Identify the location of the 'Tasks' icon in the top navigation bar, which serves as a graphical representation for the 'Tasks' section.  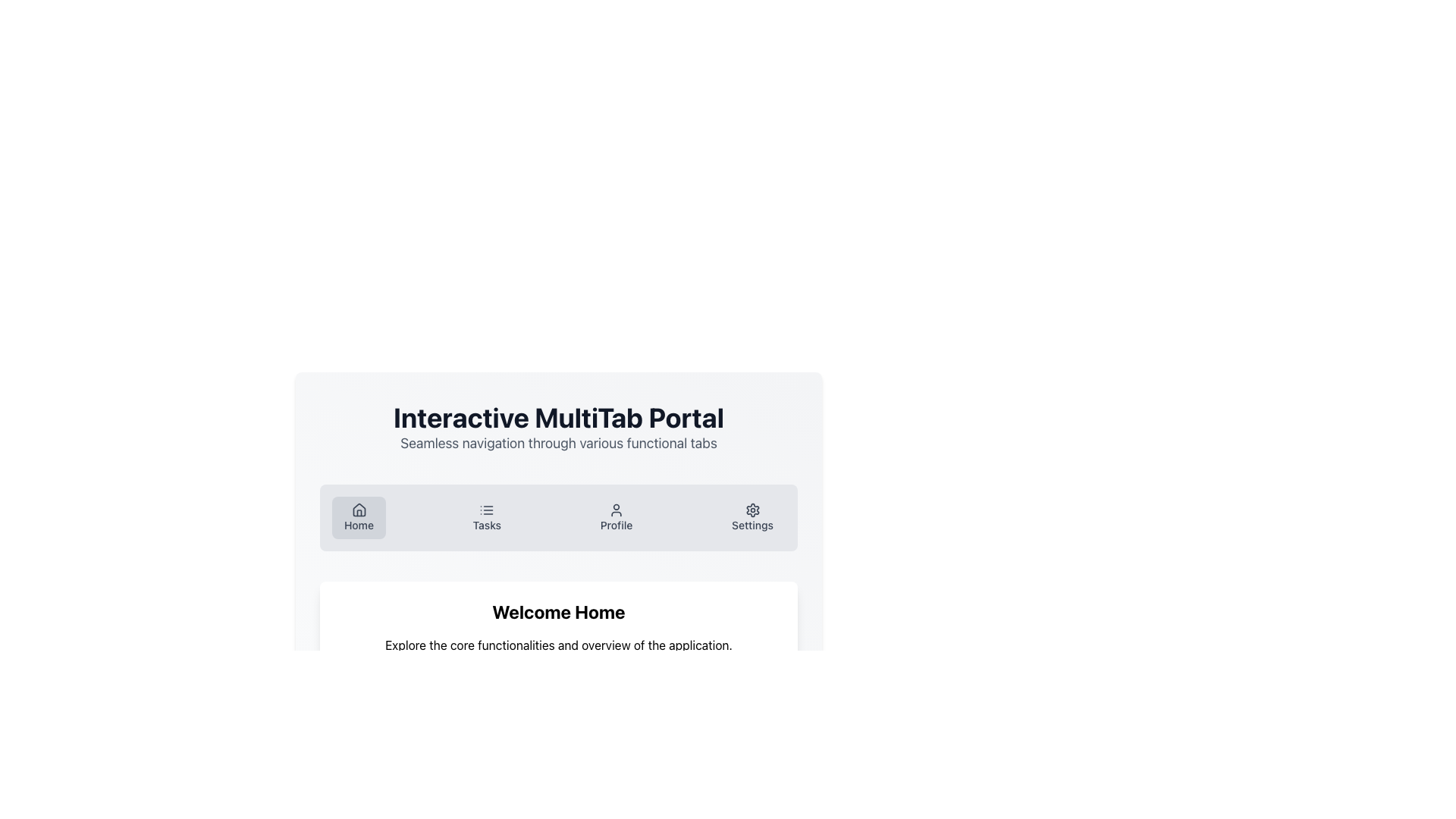
(487, 510).